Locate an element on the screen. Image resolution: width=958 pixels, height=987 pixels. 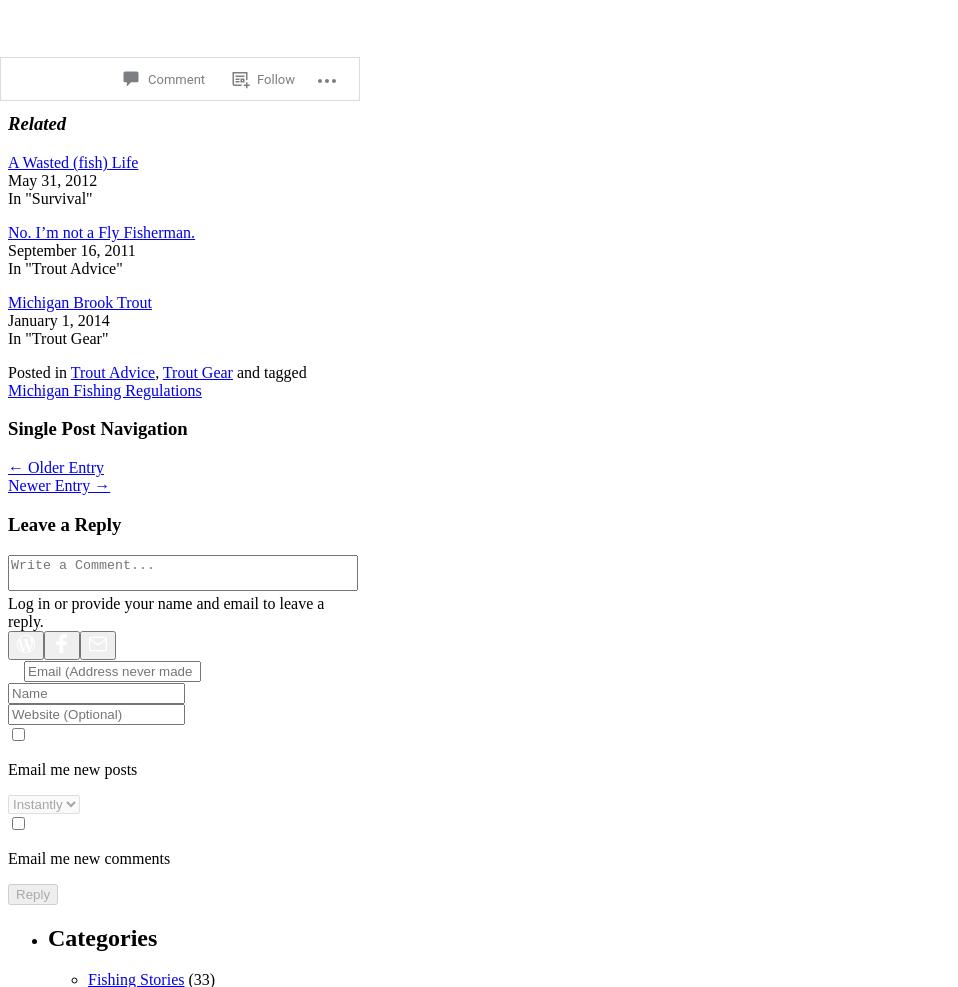
'Michigan Brook Trout' is located at coordinates (78, 300).